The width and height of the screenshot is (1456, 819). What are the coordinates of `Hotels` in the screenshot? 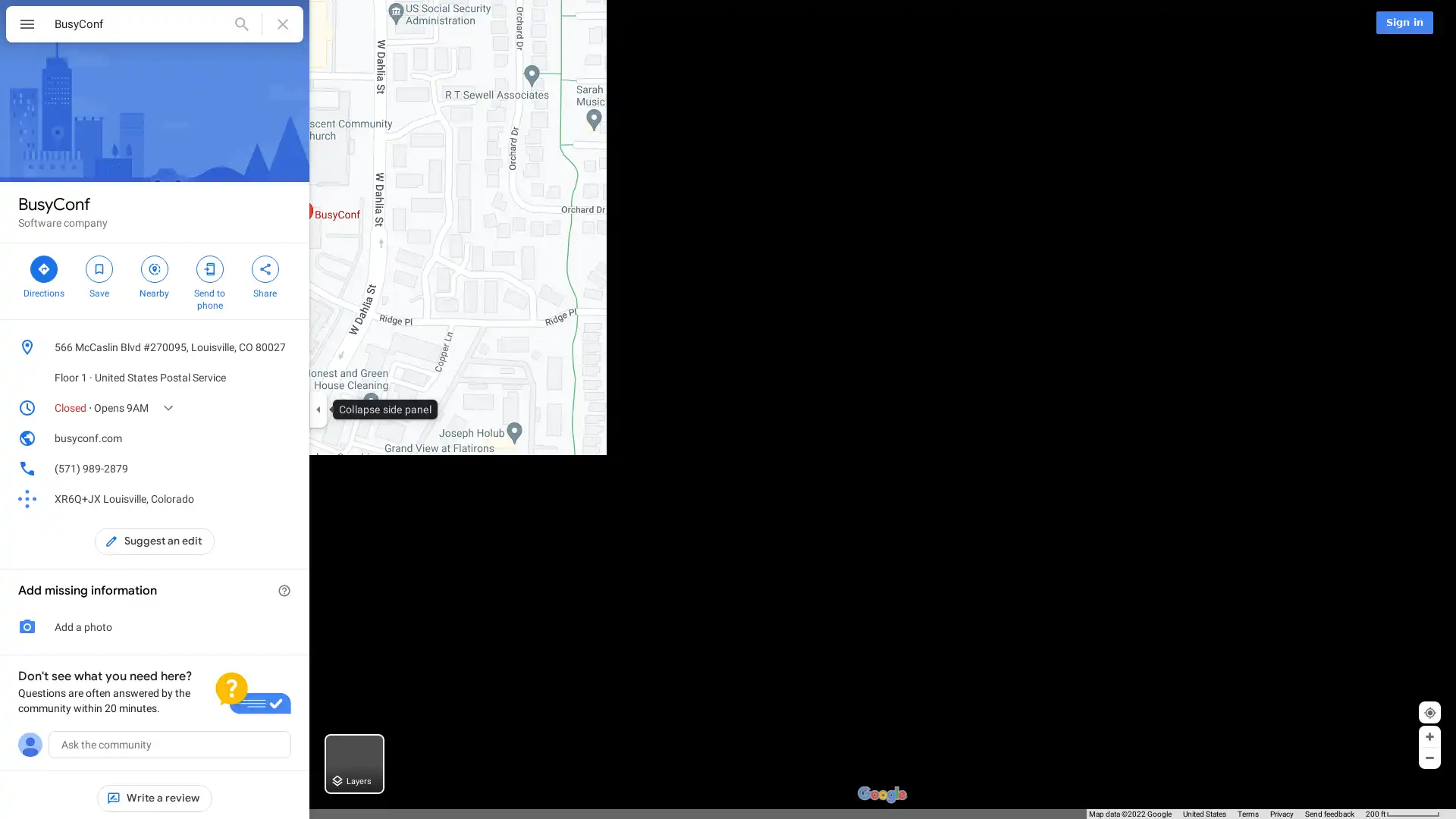 It's located at (445, 24).